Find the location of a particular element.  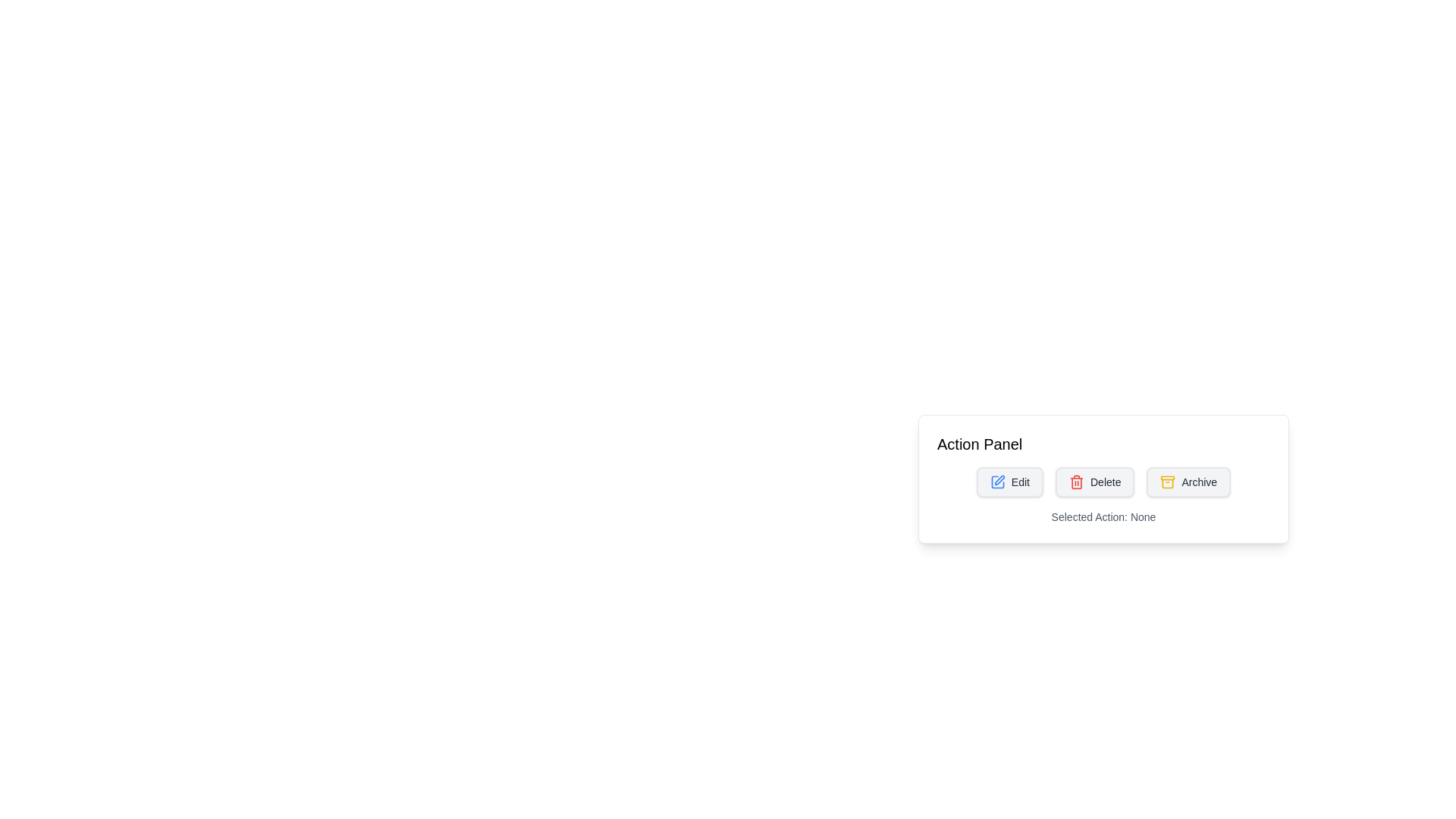

the blue square icon depicting a pen, located to the left of the 'Edit' text in the 'Action Panel' section is located at coordinates (997, 482).